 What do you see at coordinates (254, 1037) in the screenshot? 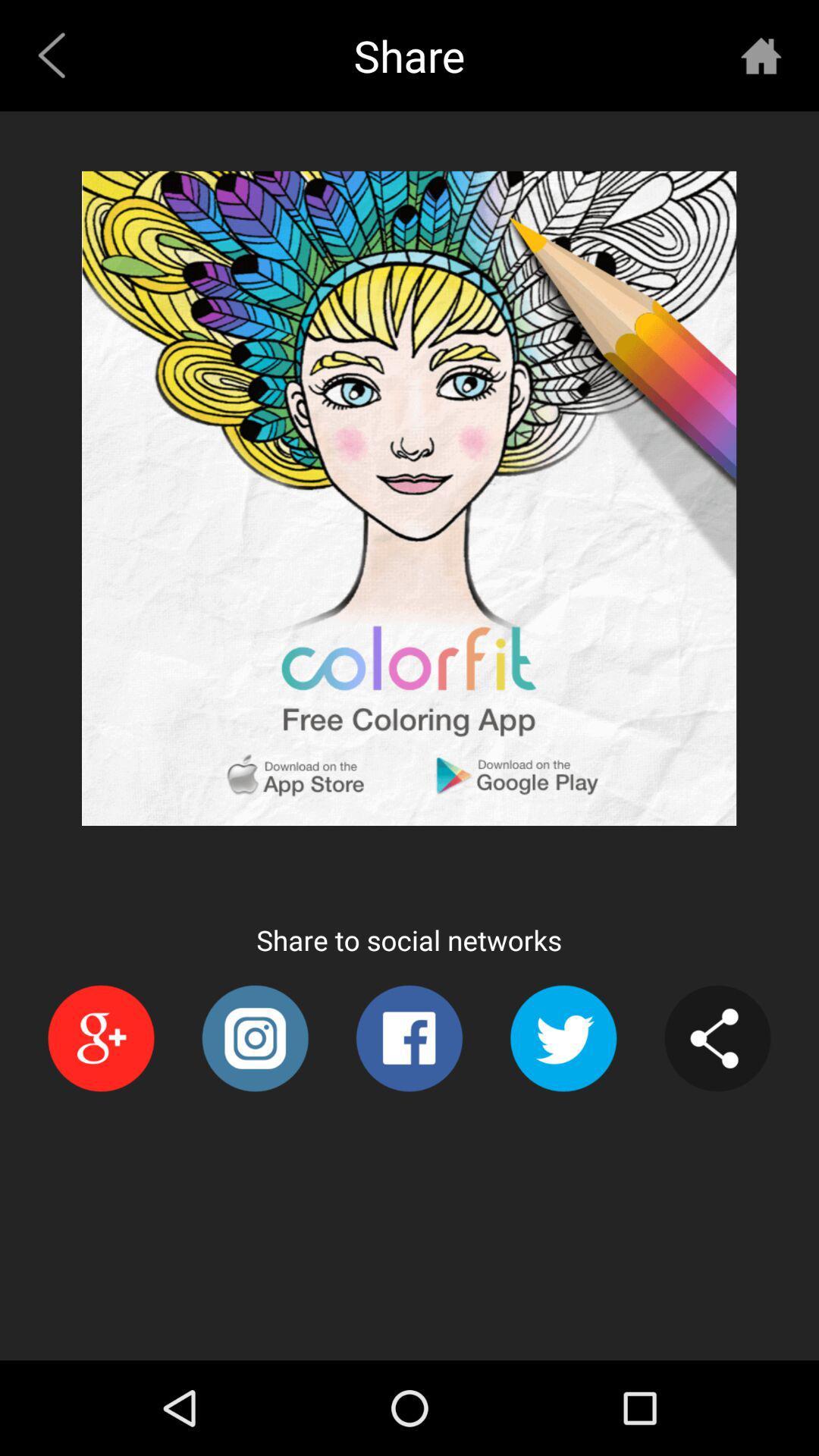
I see `item below share to social item` at bounding box center [254, 1037].